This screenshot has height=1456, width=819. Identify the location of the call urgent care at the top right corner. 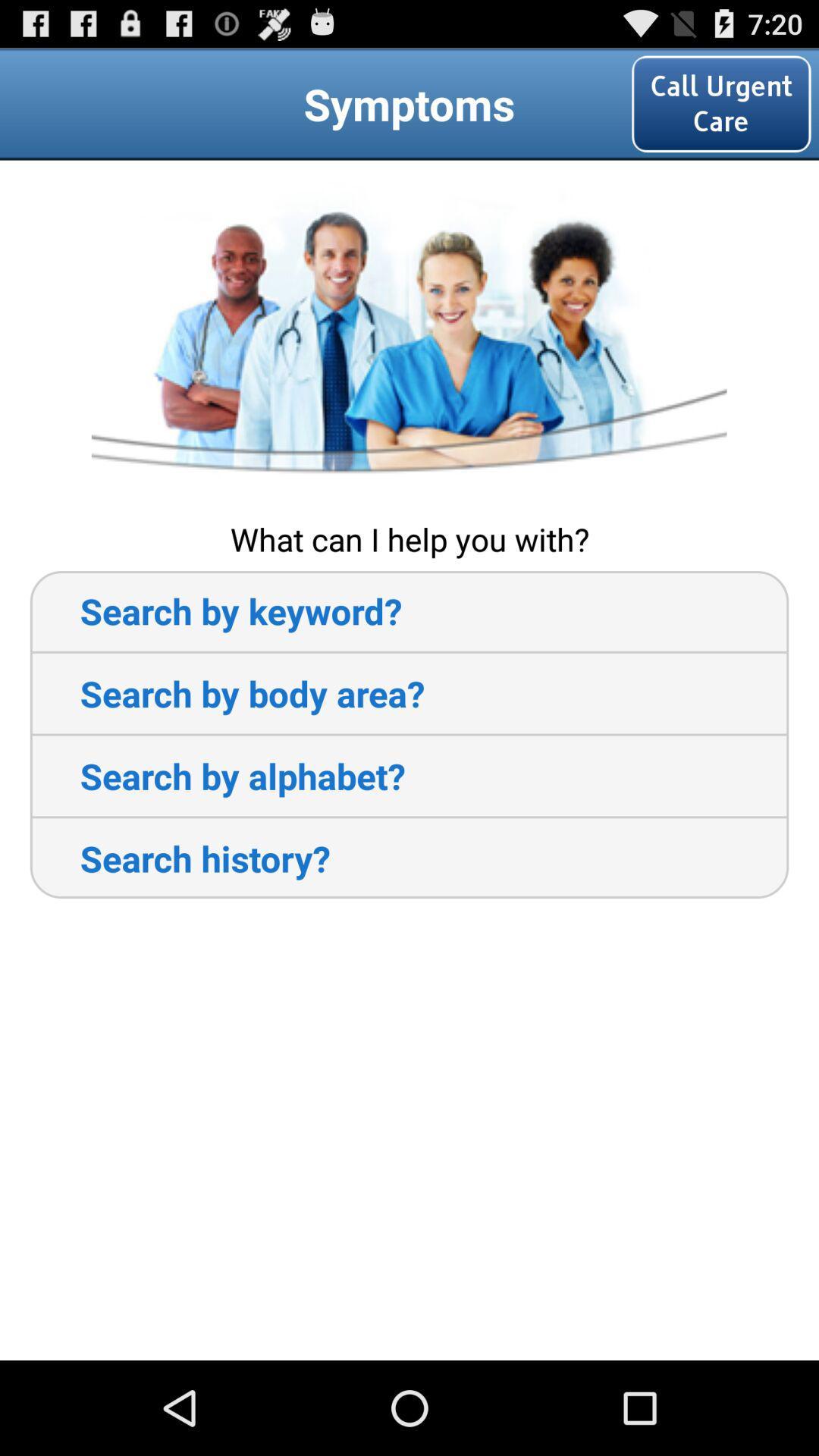
(720, 103).